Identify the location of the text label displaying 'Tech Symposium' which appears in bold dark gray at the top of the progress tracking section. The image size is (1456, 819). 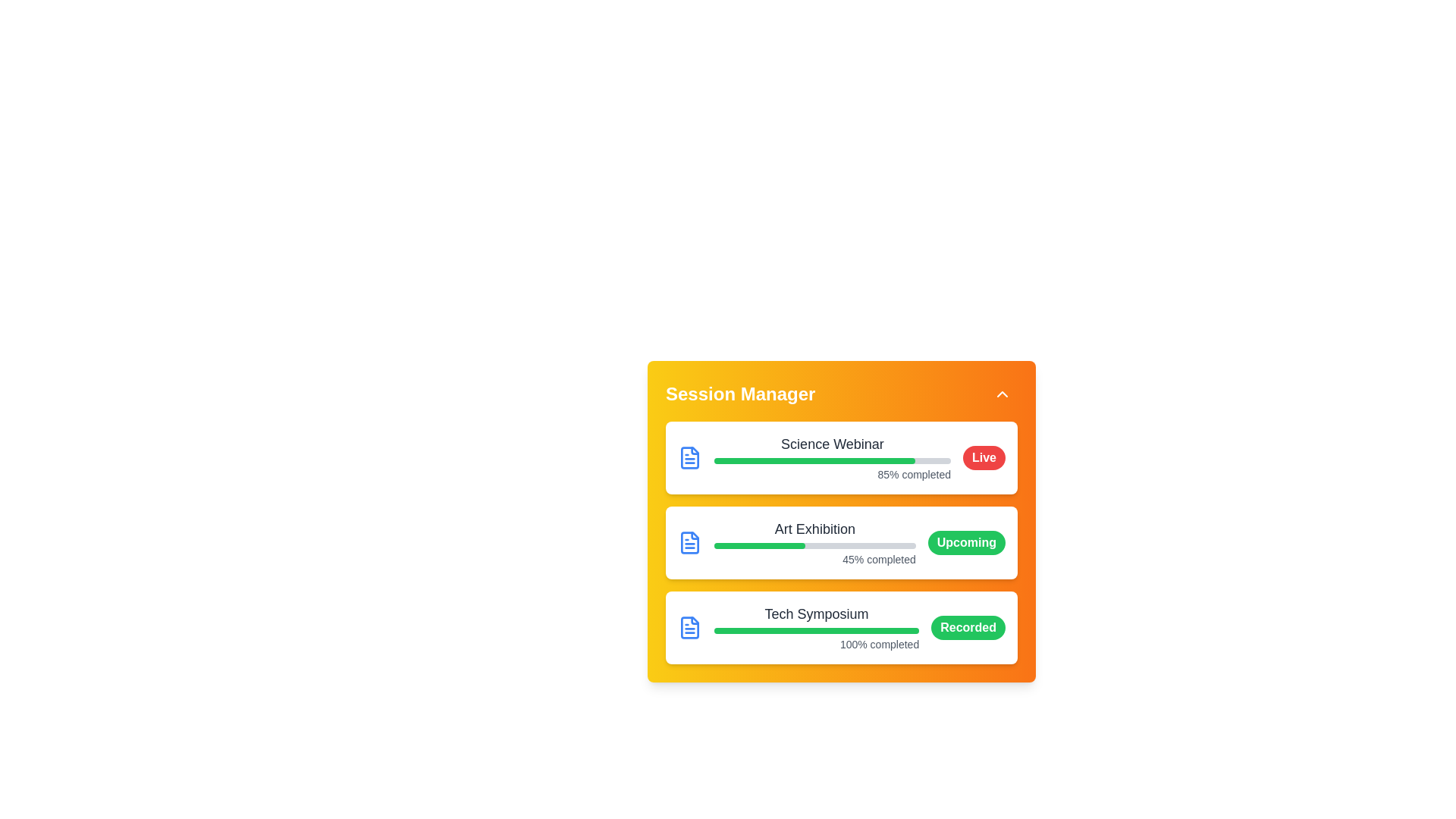
(816, 614).